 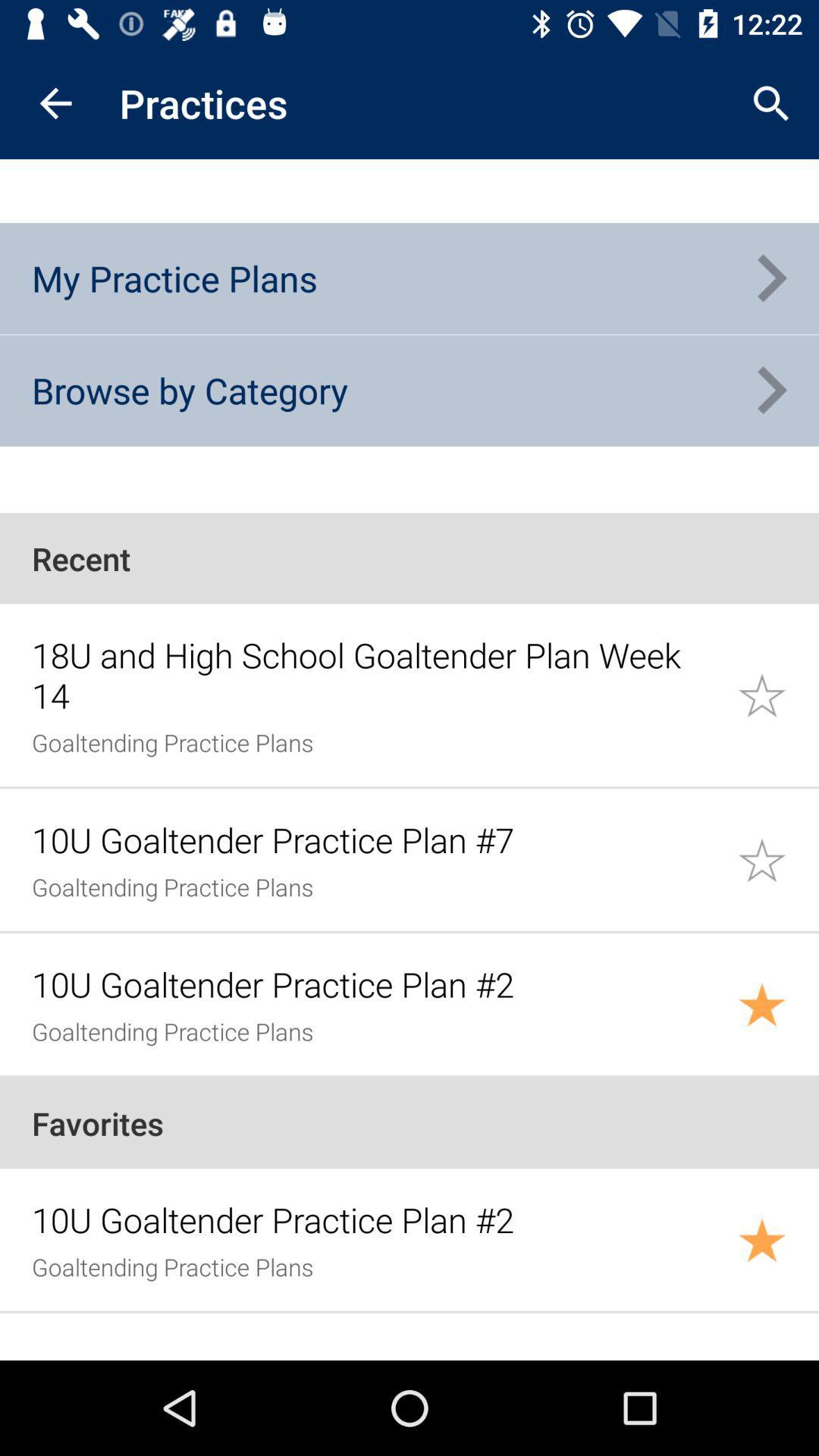 I want to click on the 18u and high icon, so click(x=375, y=674).